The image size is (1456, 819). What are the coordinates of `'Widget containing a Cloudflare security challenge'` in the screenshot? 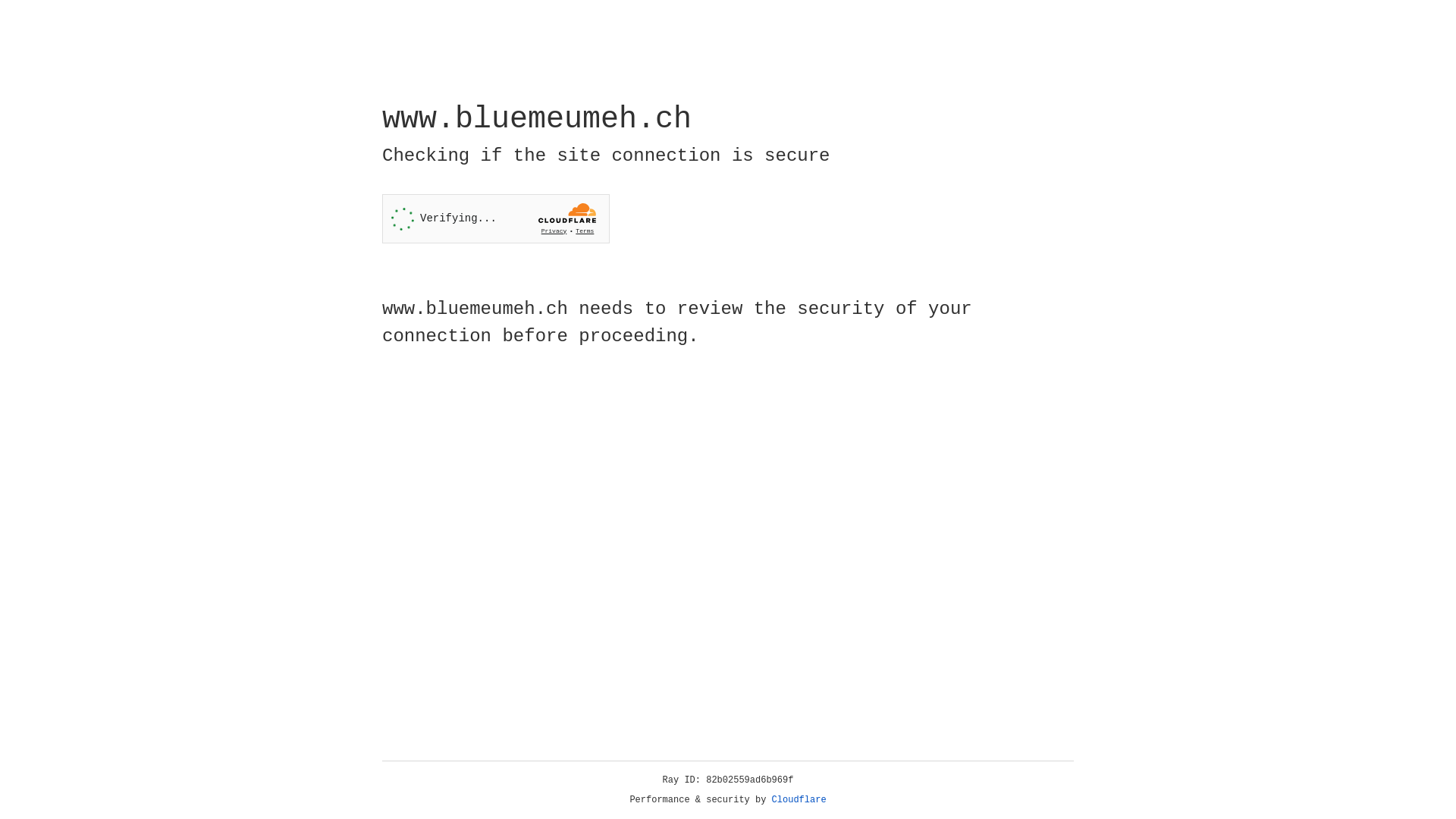 It's located at (495, 218).